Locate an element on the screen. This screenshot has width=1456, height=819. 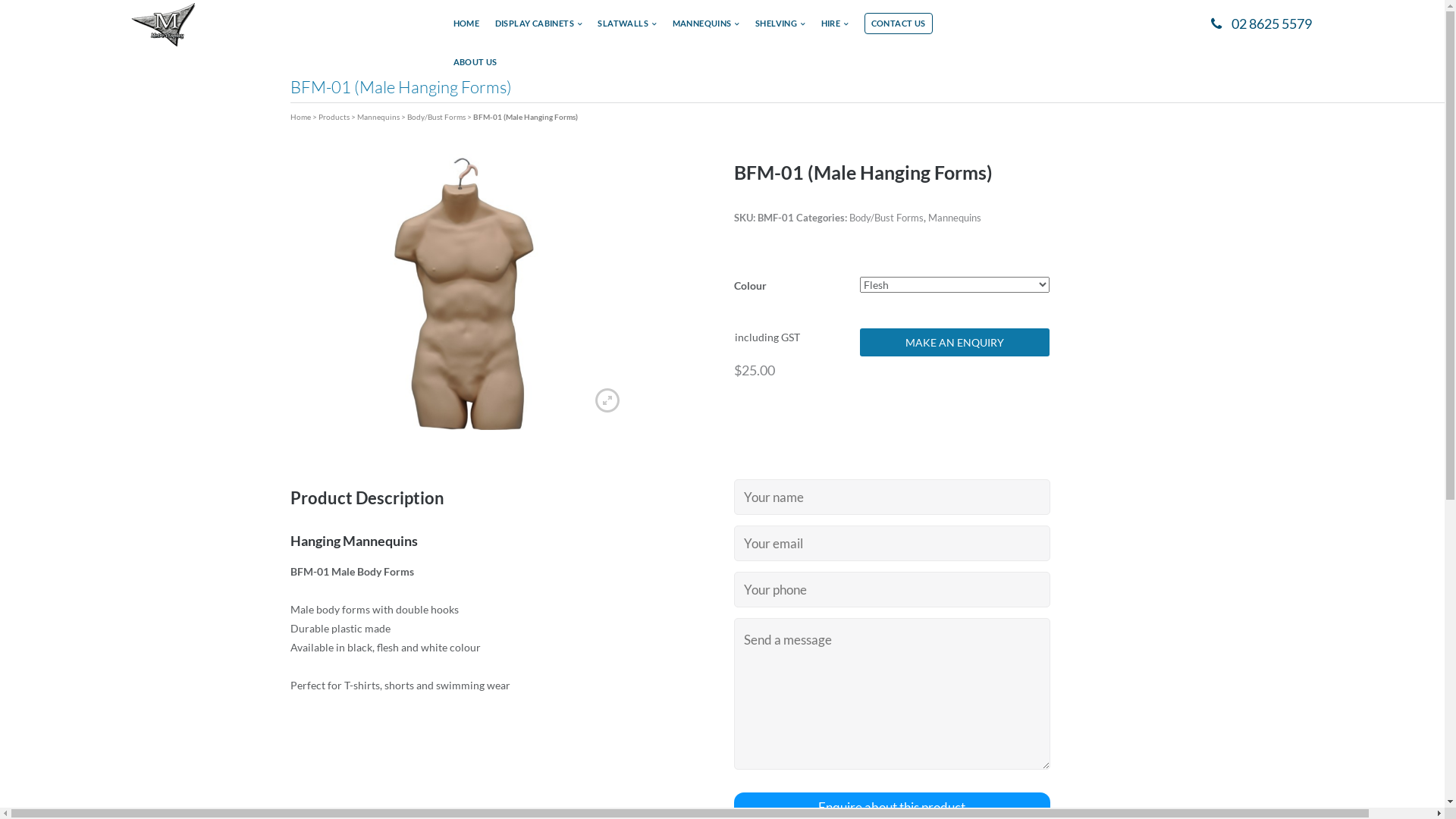
'Body/Bust Forms' is located at coordinates (435, 116).